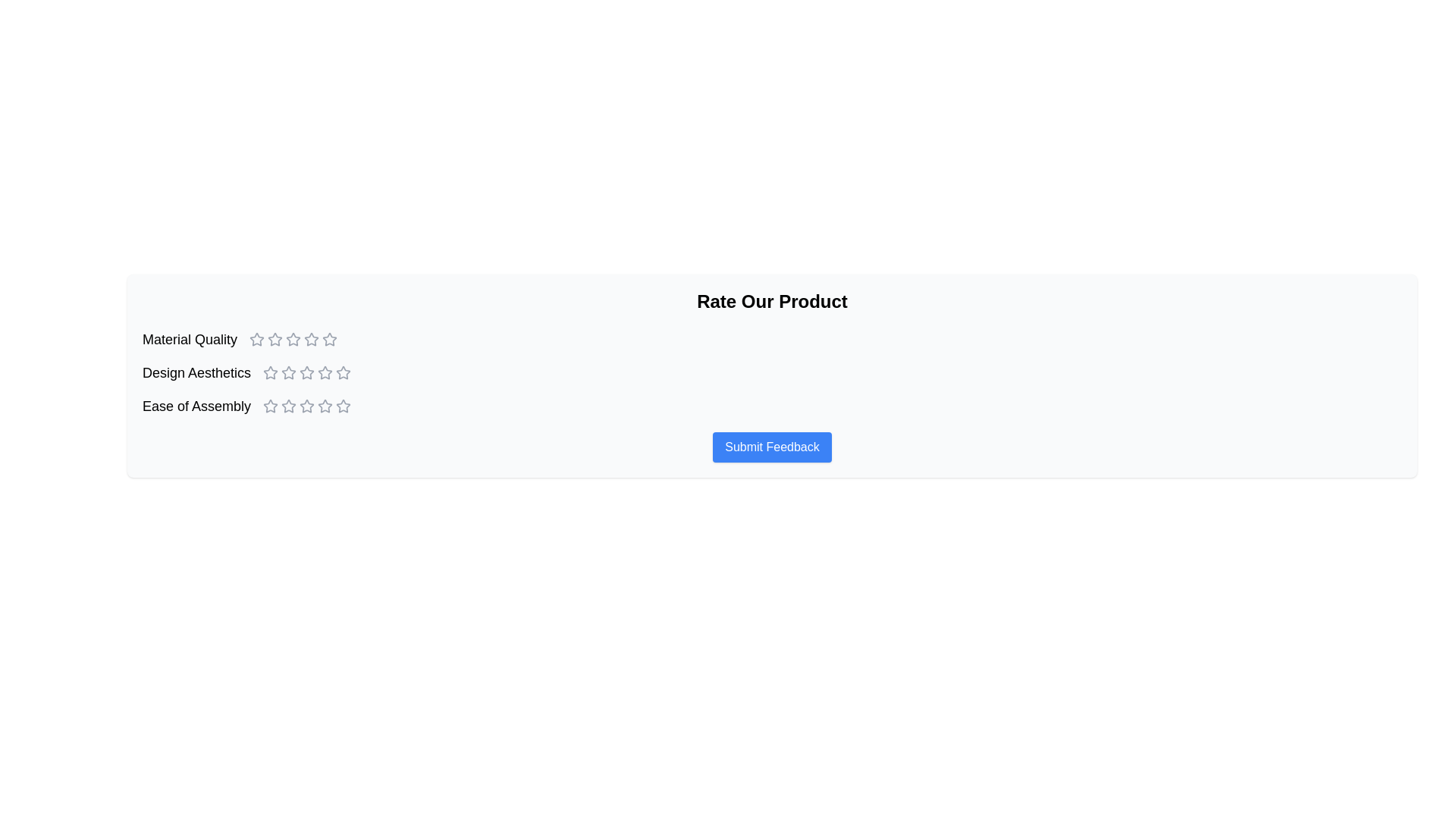 The width and height of the screenshot is (1456, 819). What do you see at coordinates (325, 406) in the screenshot?
I see `the seventh star icon in the Ease of Assembly rating section to interact with the star-based rating system` at bounding box center [325, 406].